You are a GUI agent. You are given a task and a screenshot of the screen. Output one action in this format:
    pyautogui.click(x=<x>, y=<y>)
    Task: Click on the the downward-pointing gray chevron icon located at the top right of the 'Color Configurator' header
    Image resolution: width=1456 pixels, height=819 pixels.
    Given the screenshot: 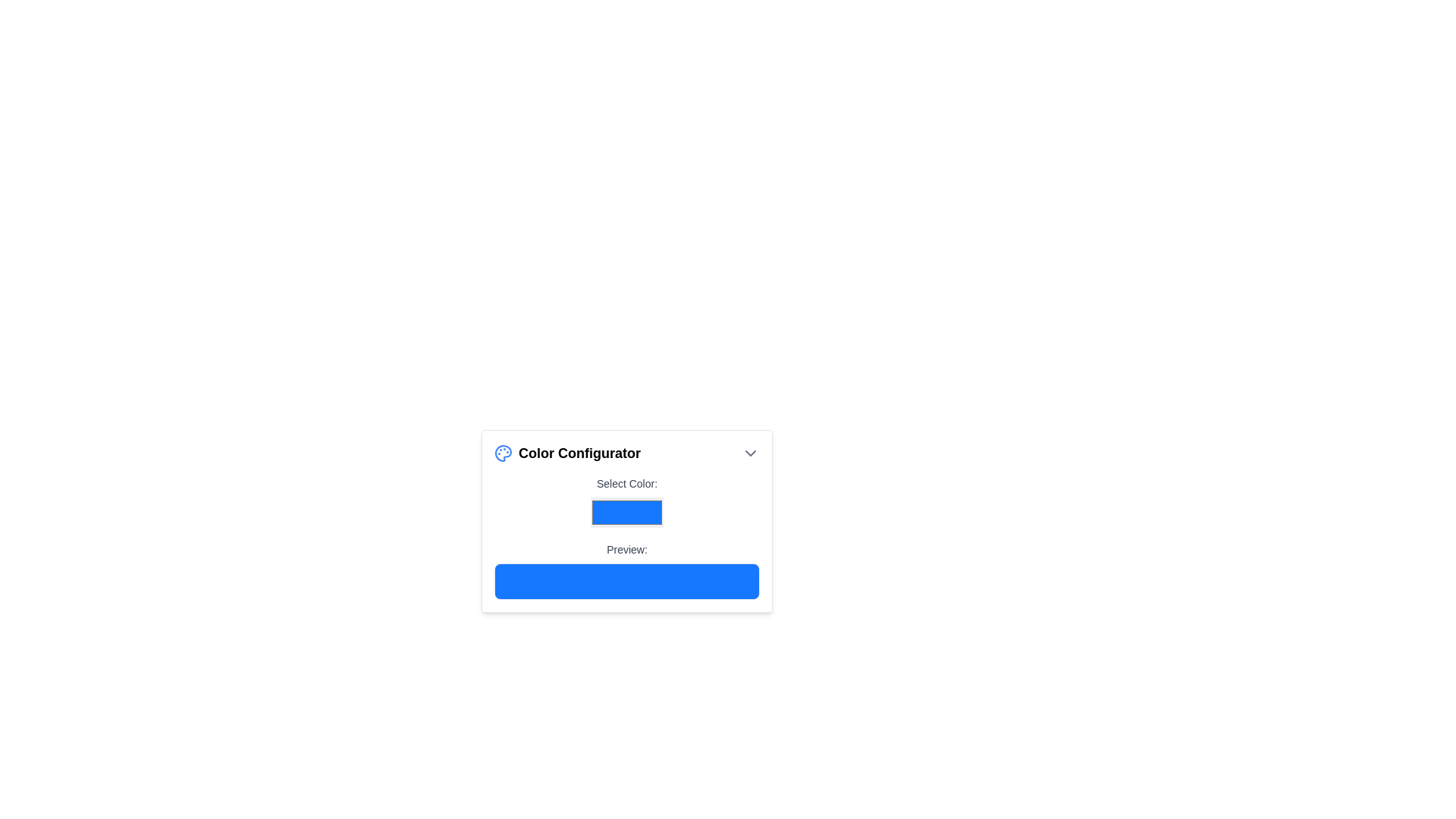 What is the action you would take?
    pyautogui.click(x=750, y=452)
    